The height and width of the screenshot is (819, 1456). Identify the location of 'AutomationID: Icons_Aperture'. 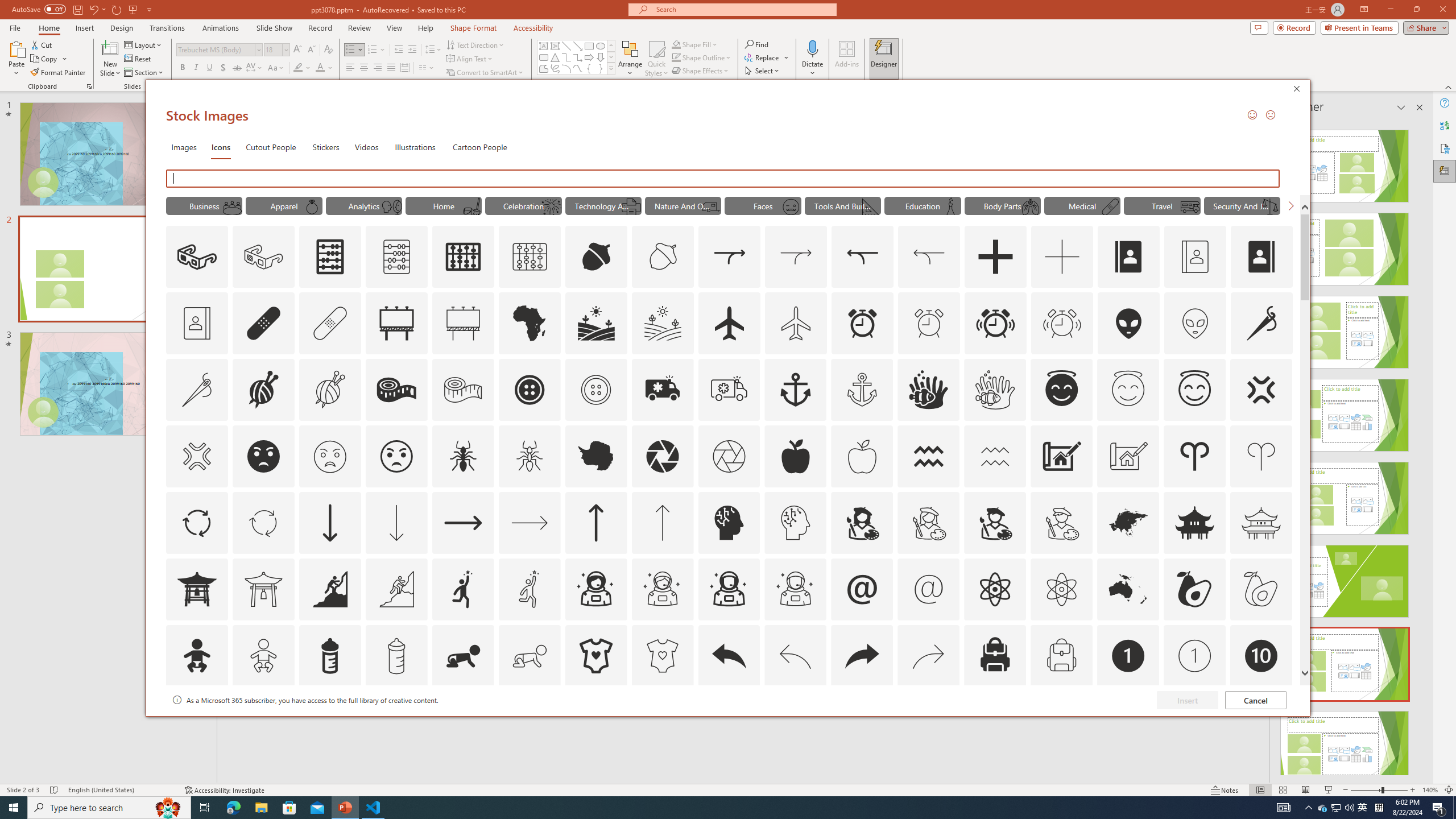
(661, 456).